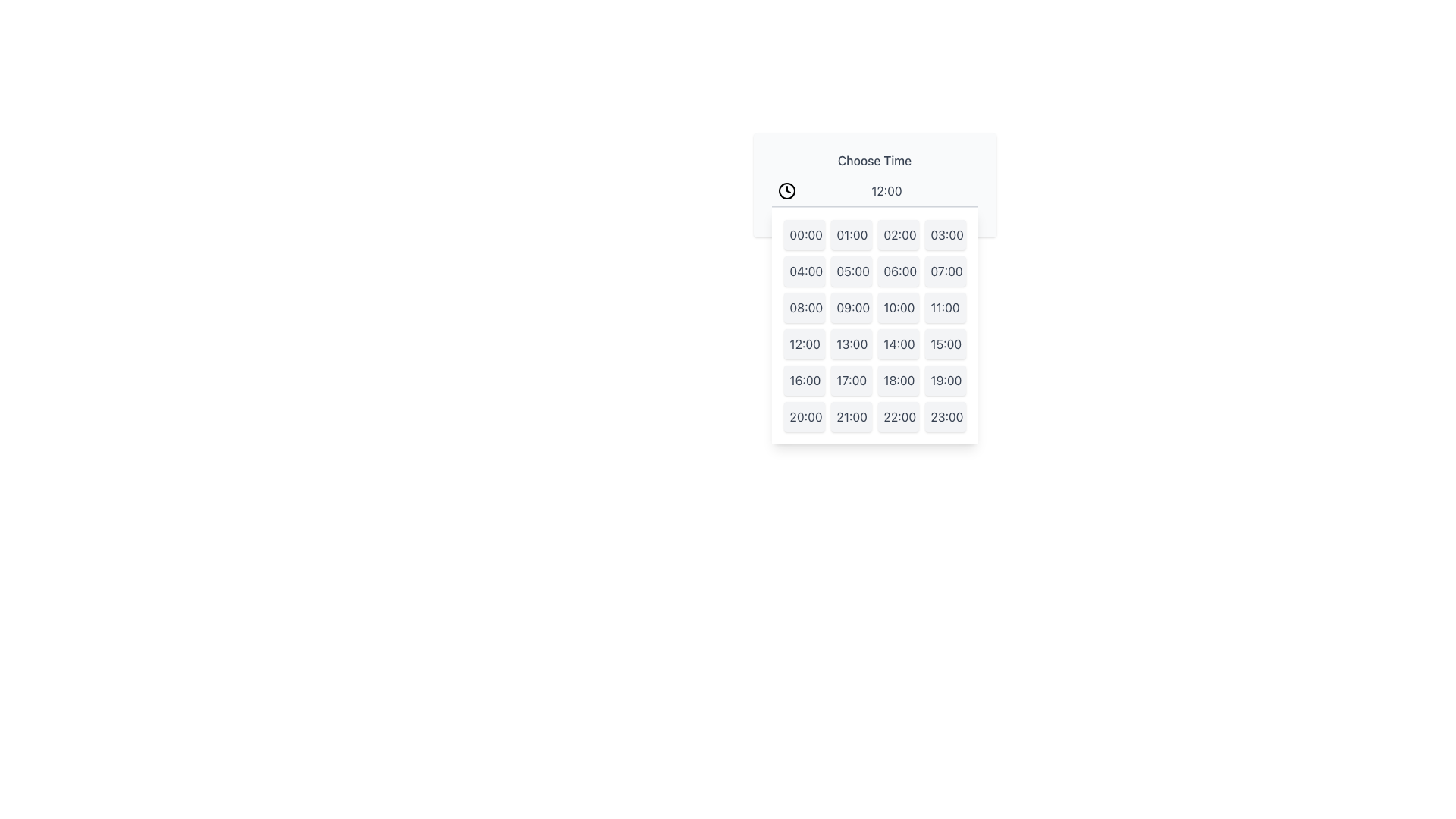 Image resolution: width=1456 pixels, height=819 pixels. Describe the element at coordinates (944, 417) in the screenshot. I see `the button labeled '23:00', which is a small rectangular button with a light gray background located at the bottom right corner of the time selection grid` at that location.